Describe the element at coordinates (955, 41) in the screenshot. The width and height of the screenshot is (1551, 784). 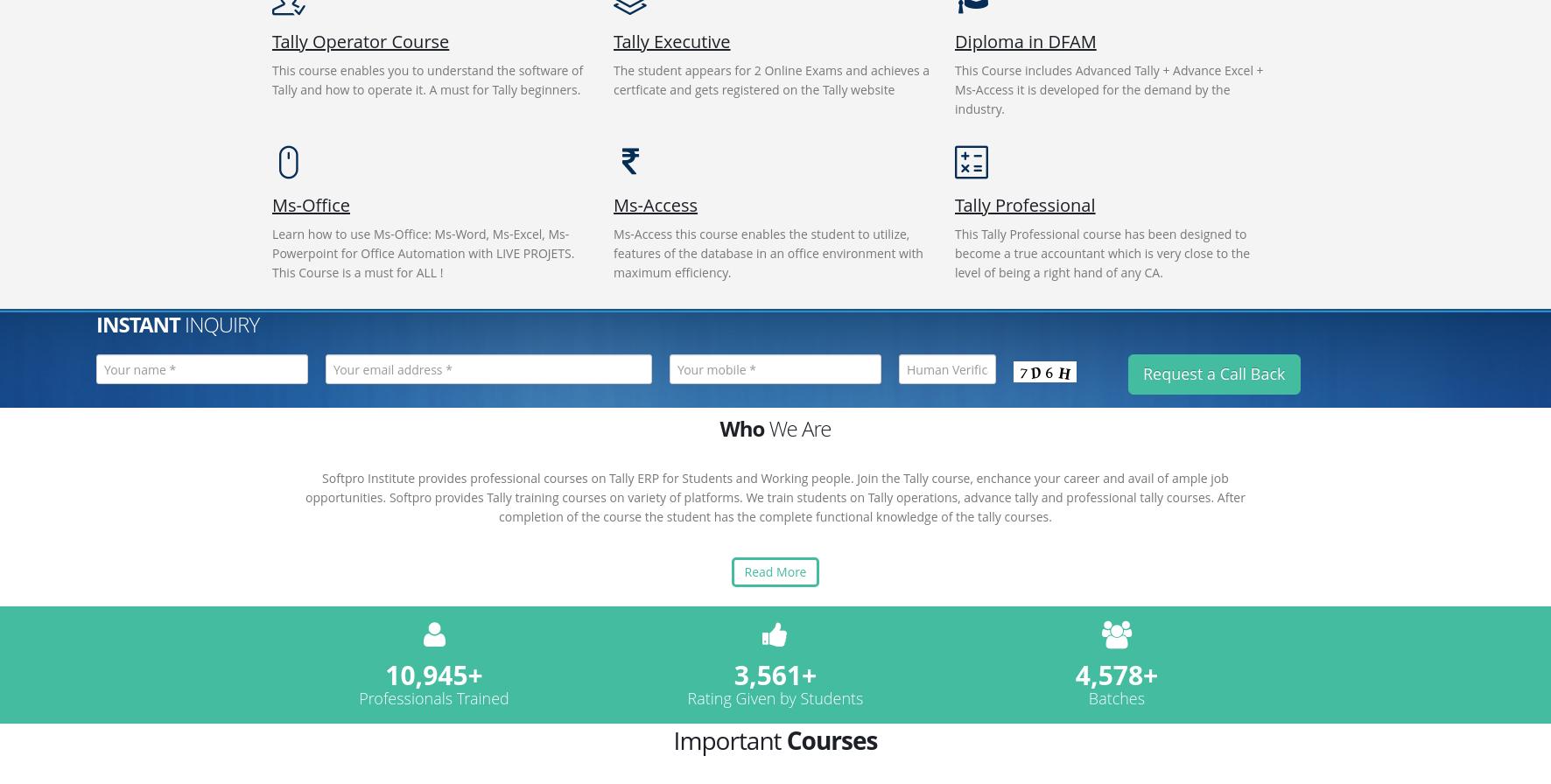
I see `'Diploma in DFAM'` at that location.